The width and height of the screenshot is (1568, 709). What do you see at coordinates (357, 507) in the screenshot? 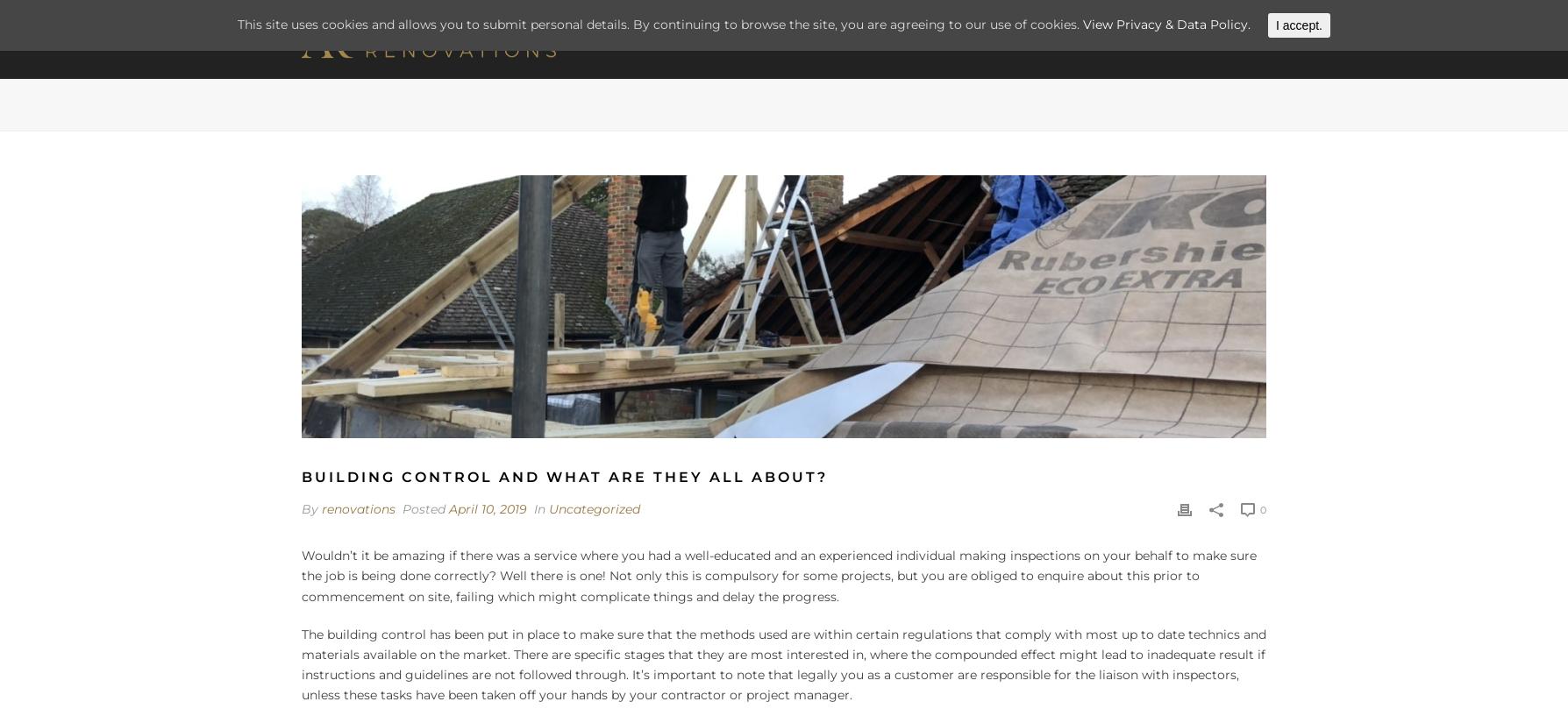
I see `'renovations'` at bounding box center [357, 507].